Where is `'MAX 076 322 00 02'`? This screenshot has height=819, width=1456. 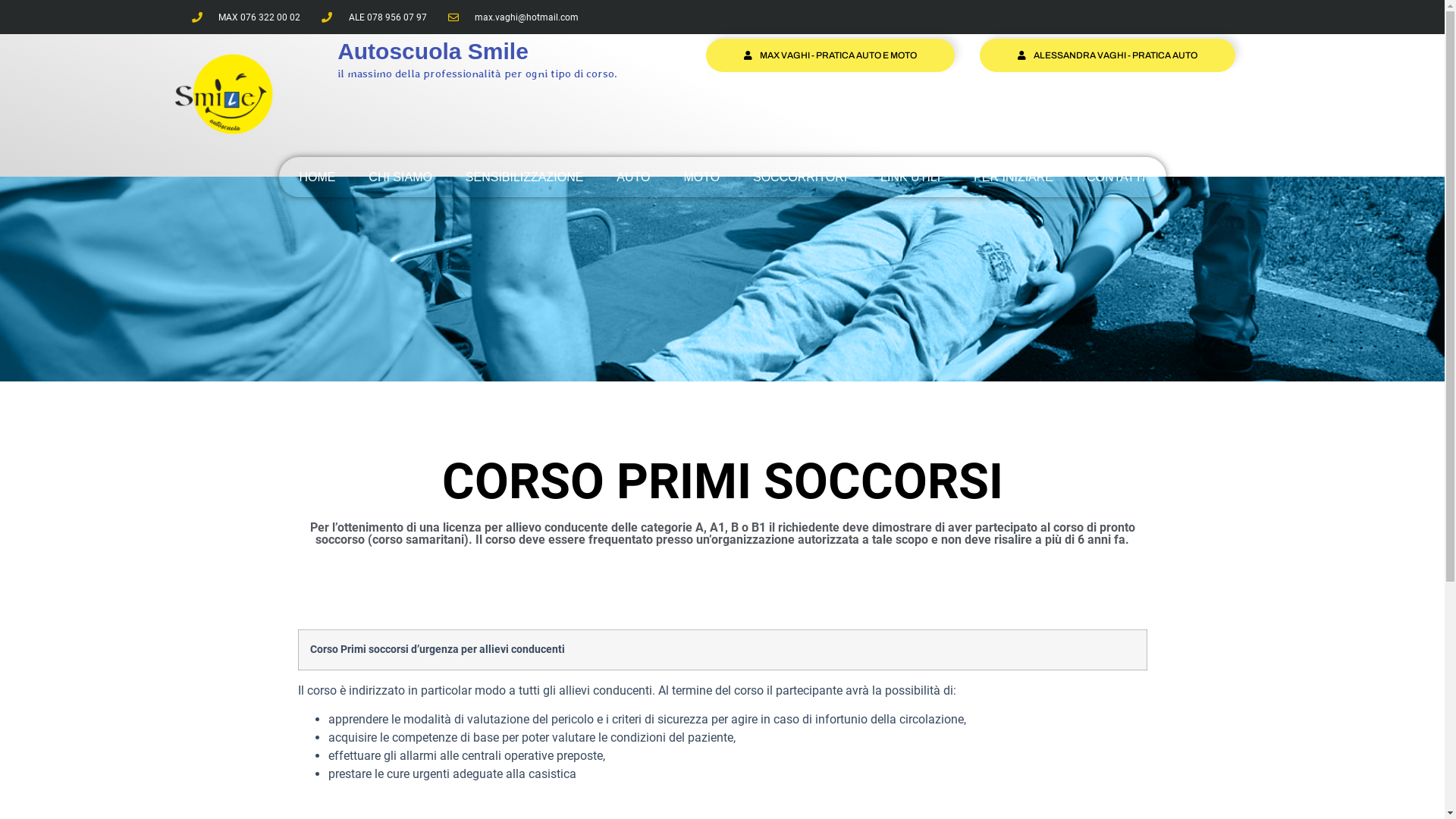 'MAX 076 322 00 02' is located at coordinates (246, 17).